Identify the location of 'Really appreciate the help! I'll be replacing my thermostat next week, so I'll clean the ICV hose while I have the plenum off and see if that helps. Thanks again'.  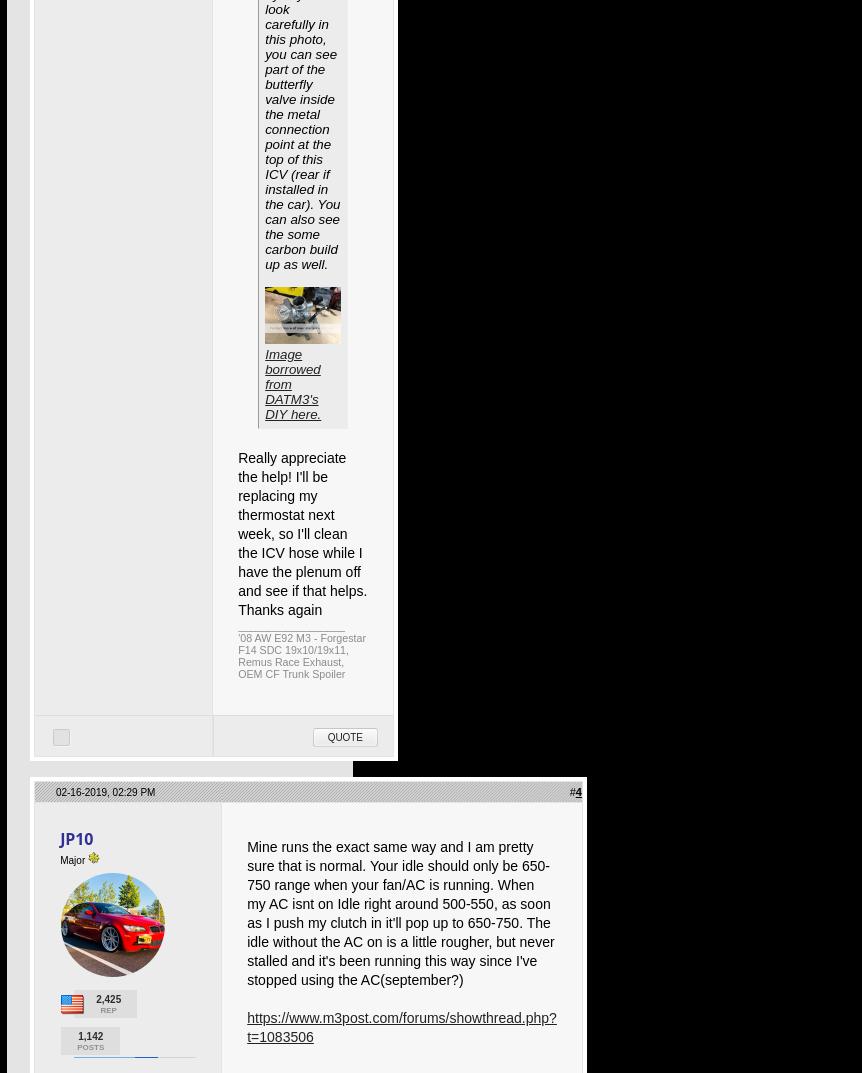
(236, 533).